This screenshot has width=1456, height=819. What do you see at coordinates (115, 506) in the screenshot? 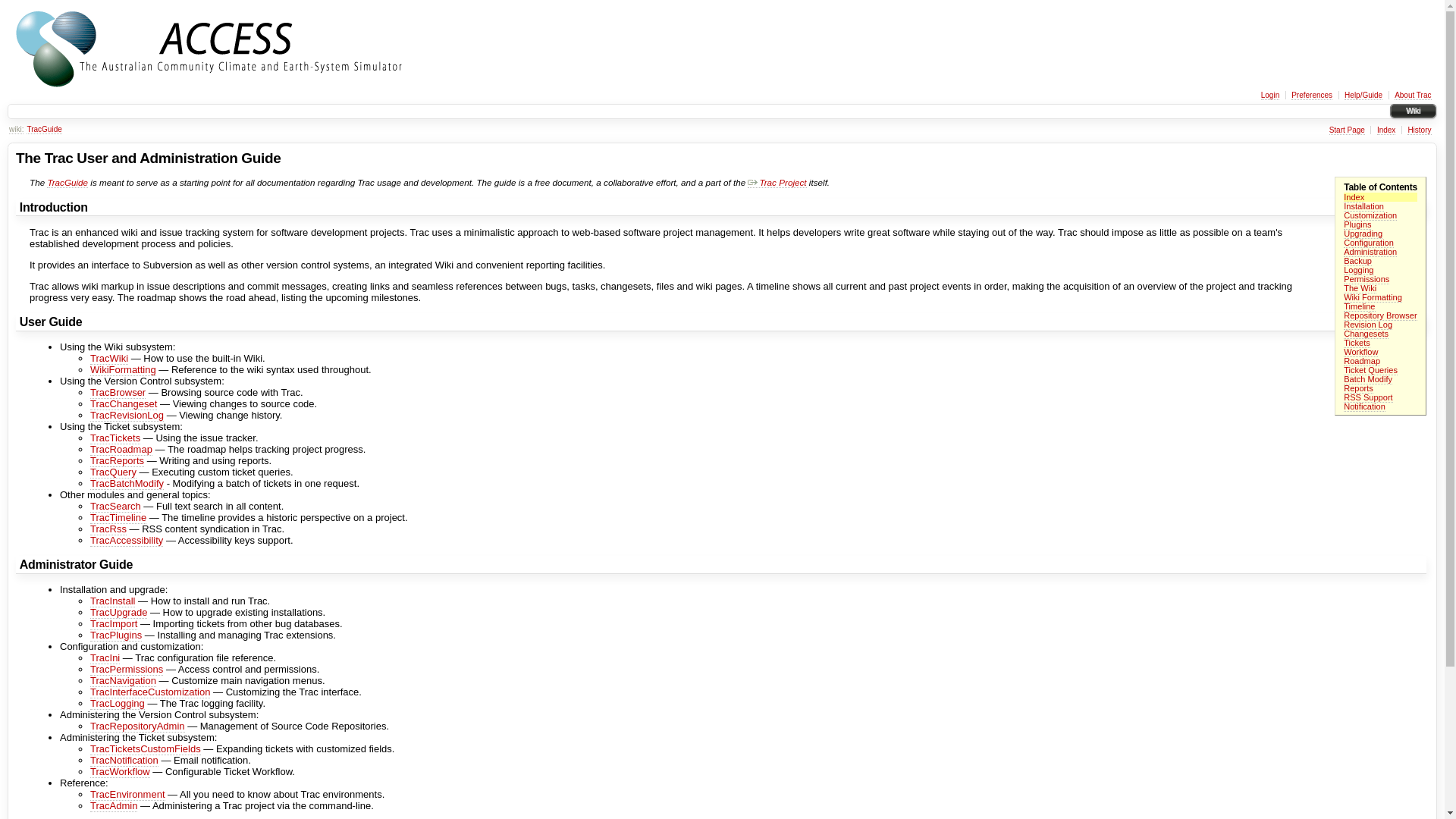
I see `'TracSearch'` at bounding box center [115, 506].